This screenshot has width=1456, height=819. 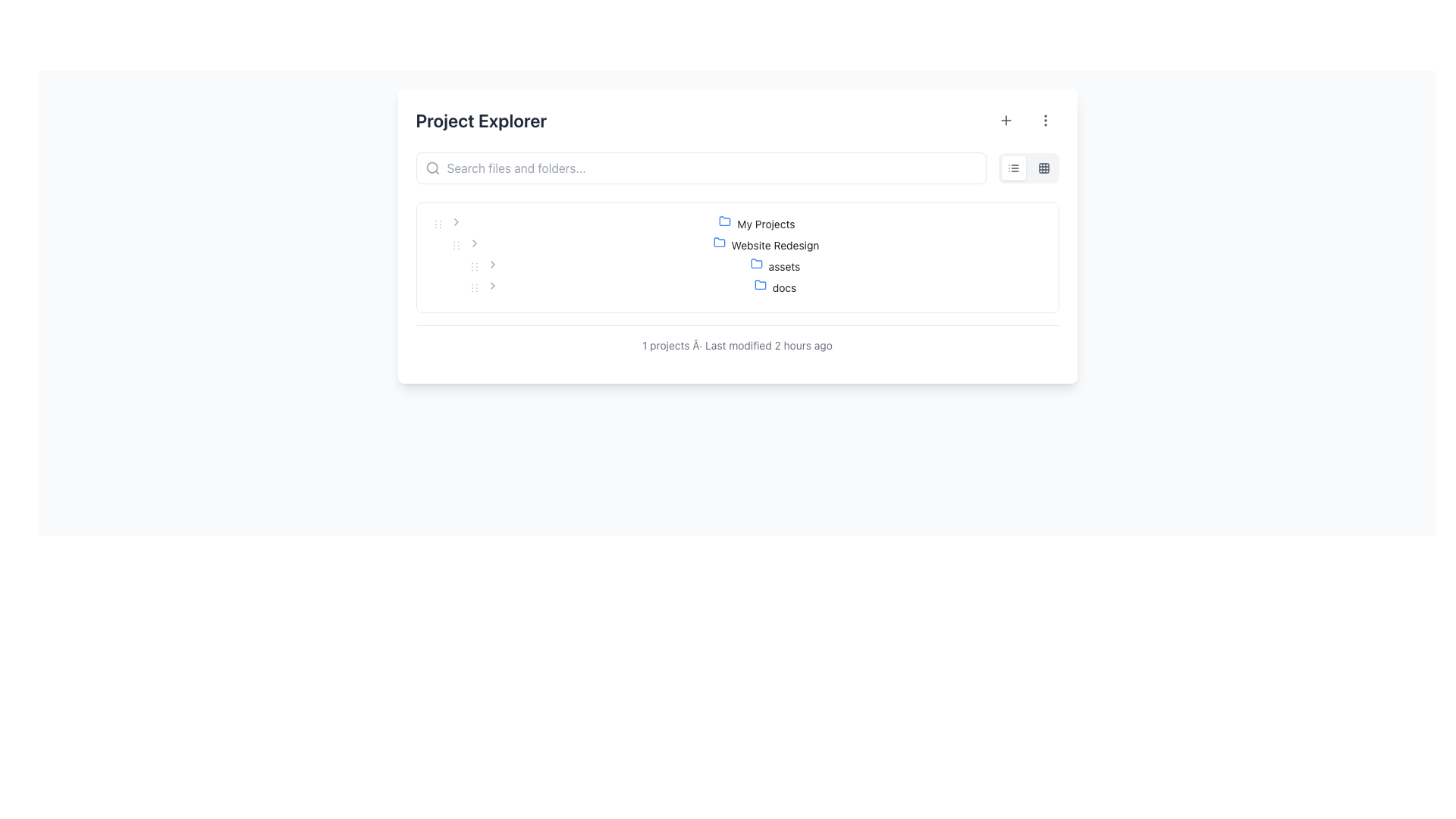 I want to click on the collapsed 'assets' tree node with a blue folder icon, so click(x=775, y=265).